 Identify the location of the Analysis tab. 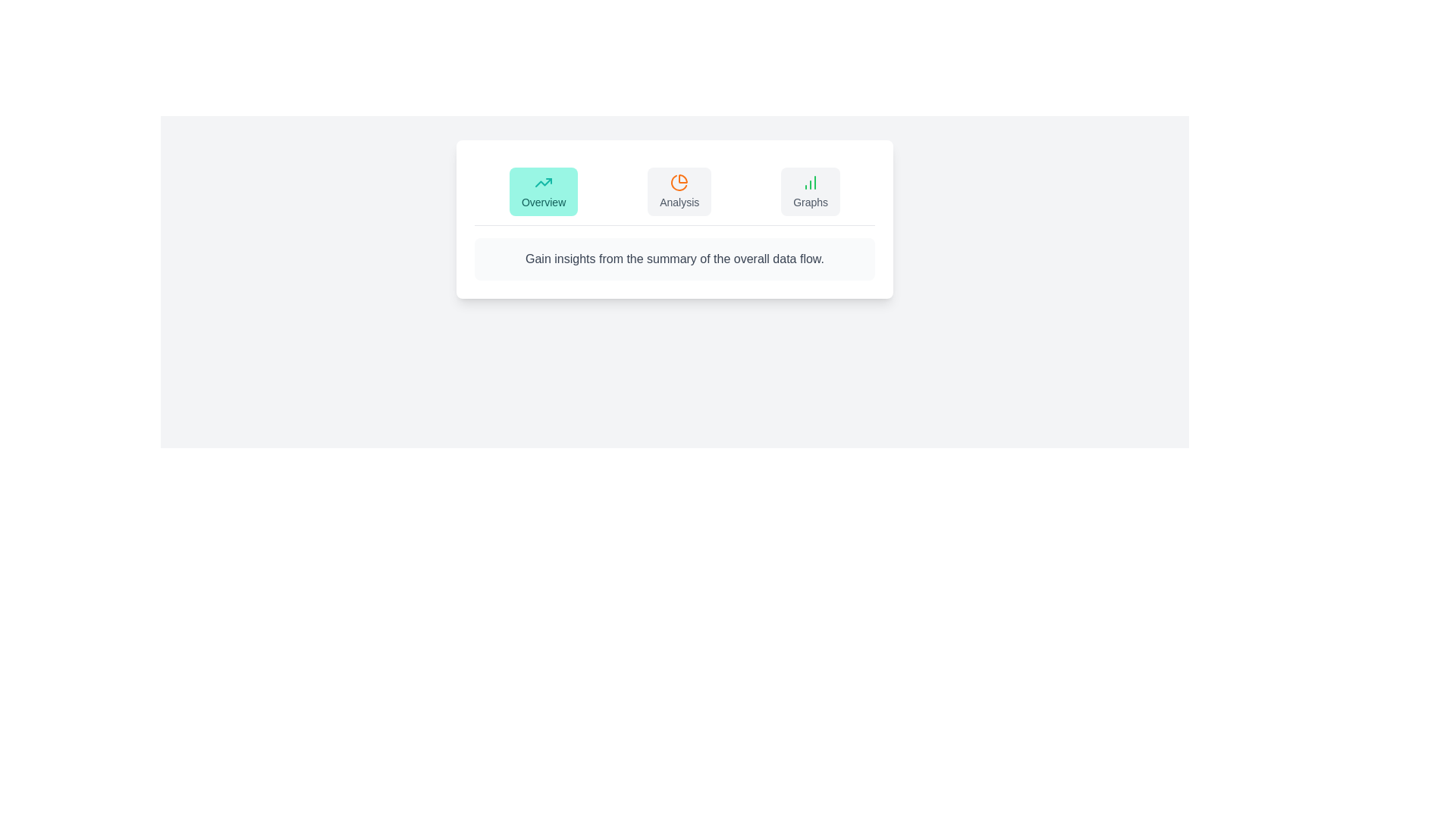
(679, 191).